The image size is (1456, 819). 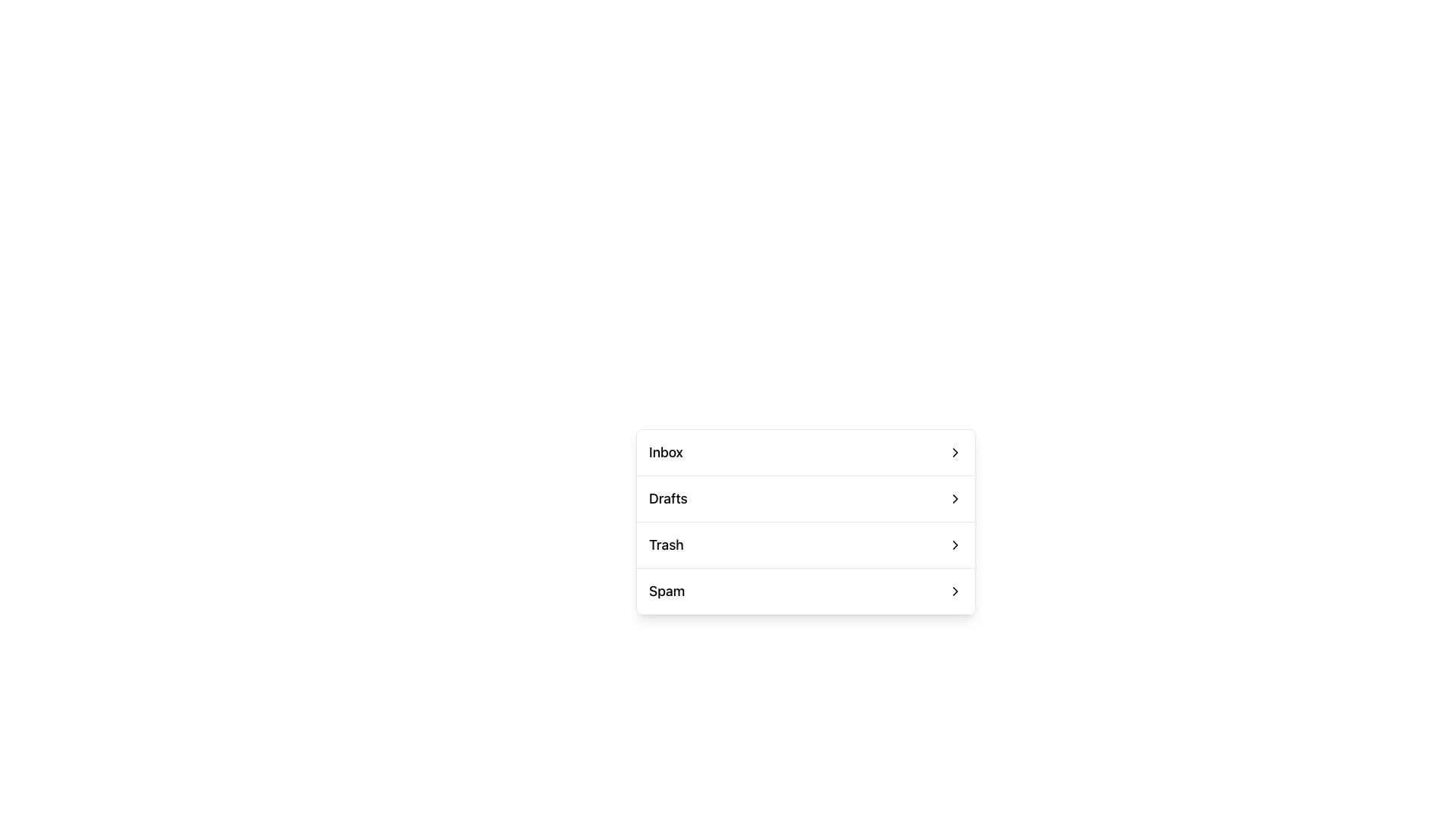 What do you see at coordinates (667, 499) in the screenshot?
I see `the 'Drafts' text label, which is the second item in the vertical menu list, positioned below 'Inbox' and above 'Trash'` at bounding box center [667, 499].